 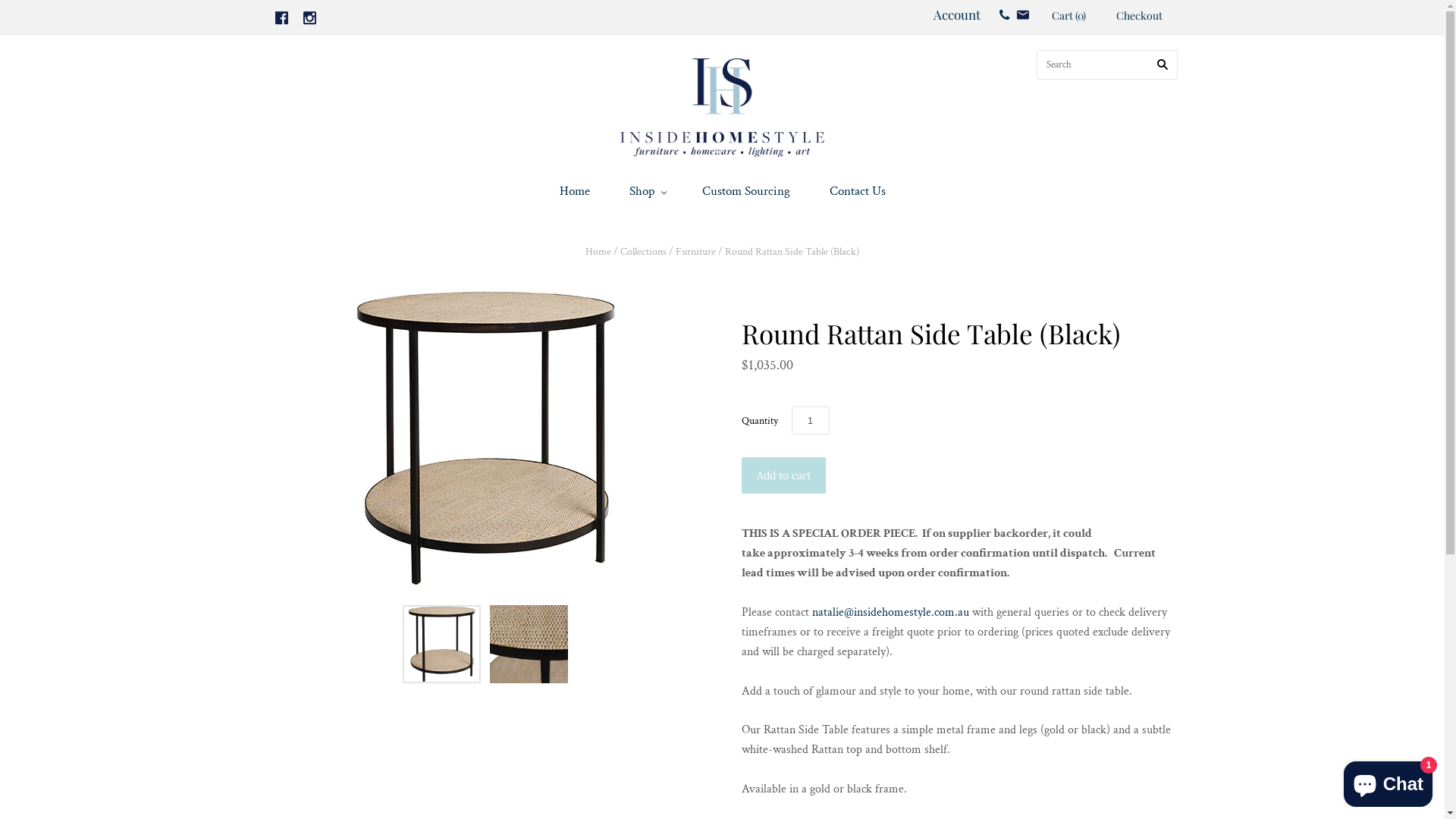 I want to click on 'Add to cart', so click(x=783, y=475).